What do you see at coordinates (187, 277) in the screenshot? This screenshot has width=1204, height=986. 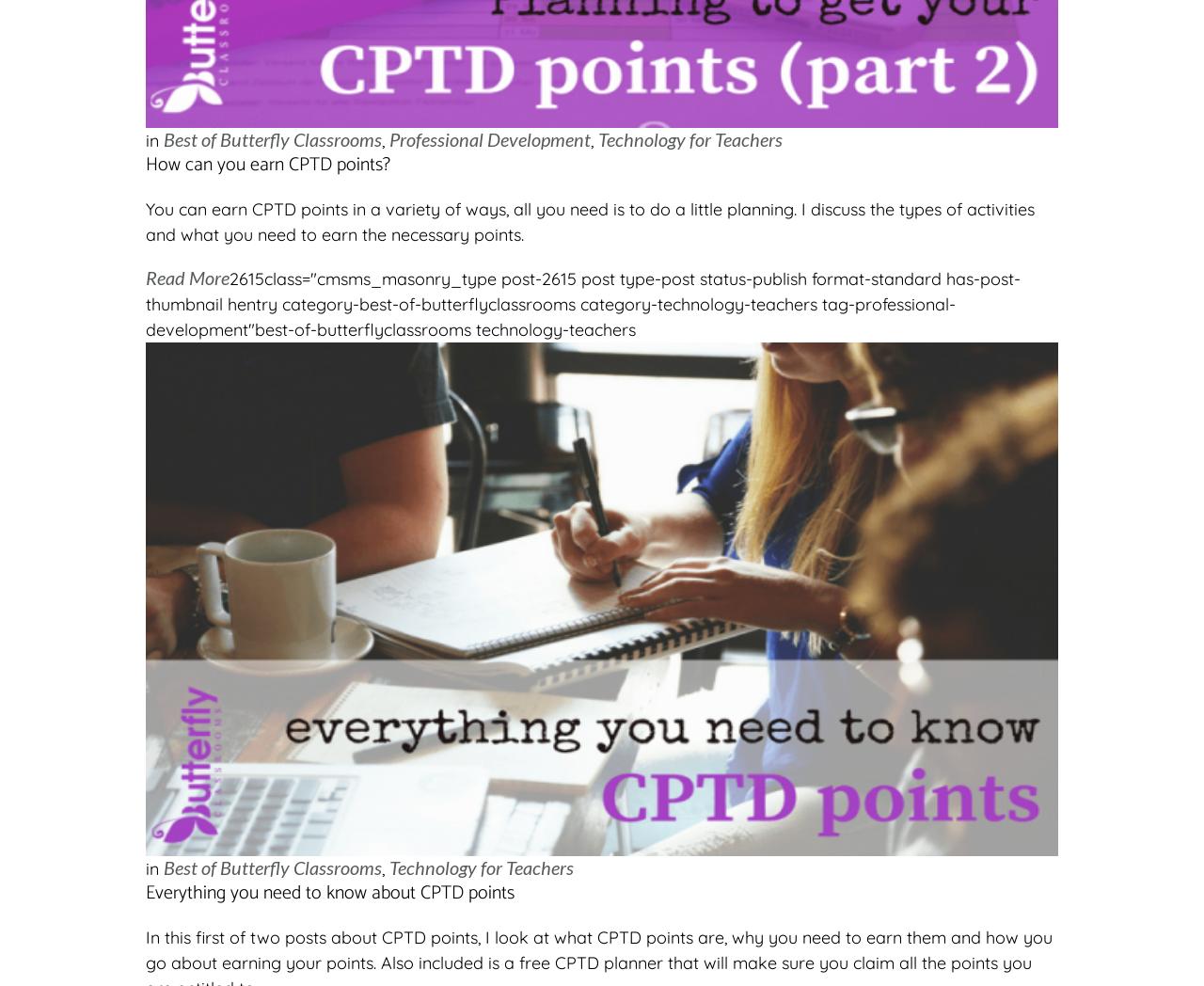 I see `'Read More'` at bounding box center [187, 277].